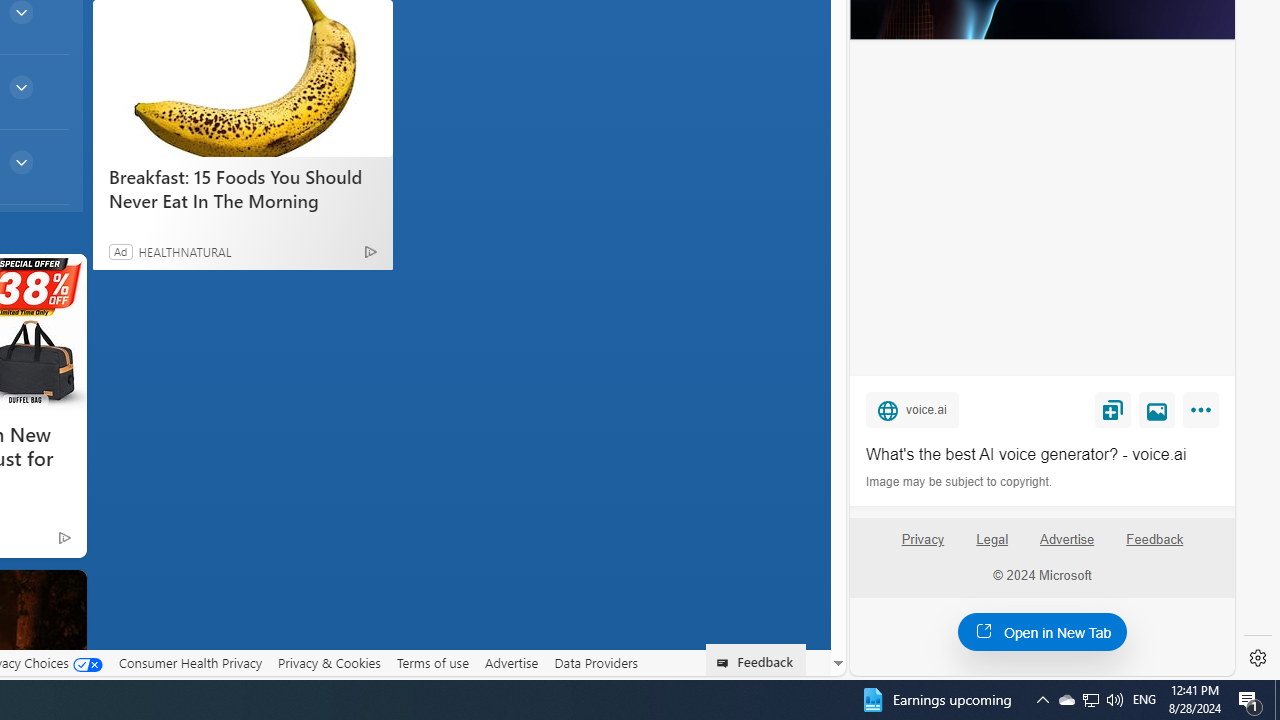 The image size is (1280, 720). Describe the element at coordinates (911, 408) in the screenshot. I see `'voice.ai'` at that location.